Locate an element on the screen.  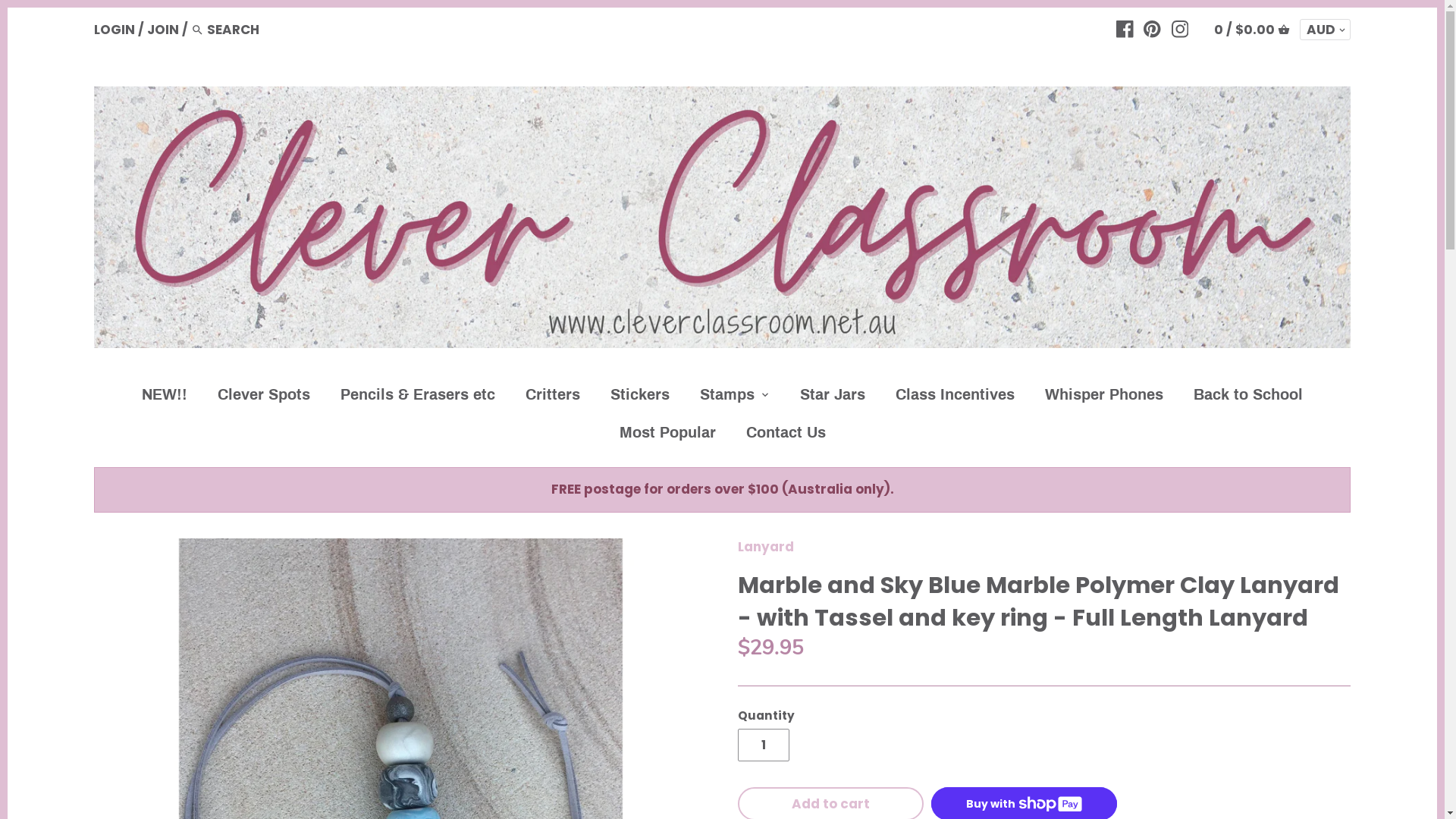
'Clever Spots' is located at coordinates (264, 397).